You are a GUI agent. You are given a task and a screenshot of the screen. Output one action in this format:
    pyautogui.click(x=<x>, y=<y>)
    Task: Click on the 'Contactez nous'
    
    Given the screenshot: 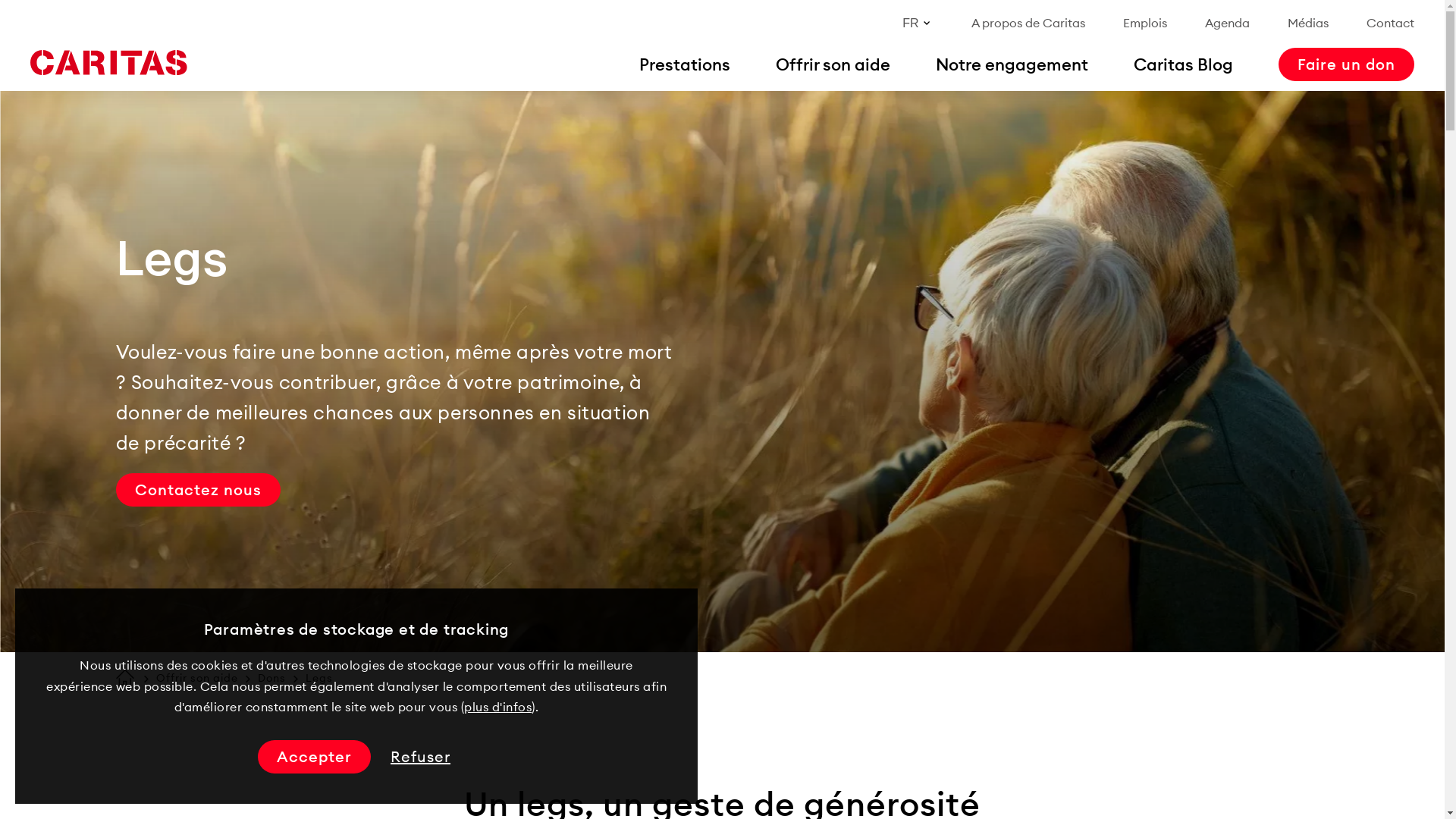 What is the action you would take?
    pyautogui.click(x=196, y=489)
    